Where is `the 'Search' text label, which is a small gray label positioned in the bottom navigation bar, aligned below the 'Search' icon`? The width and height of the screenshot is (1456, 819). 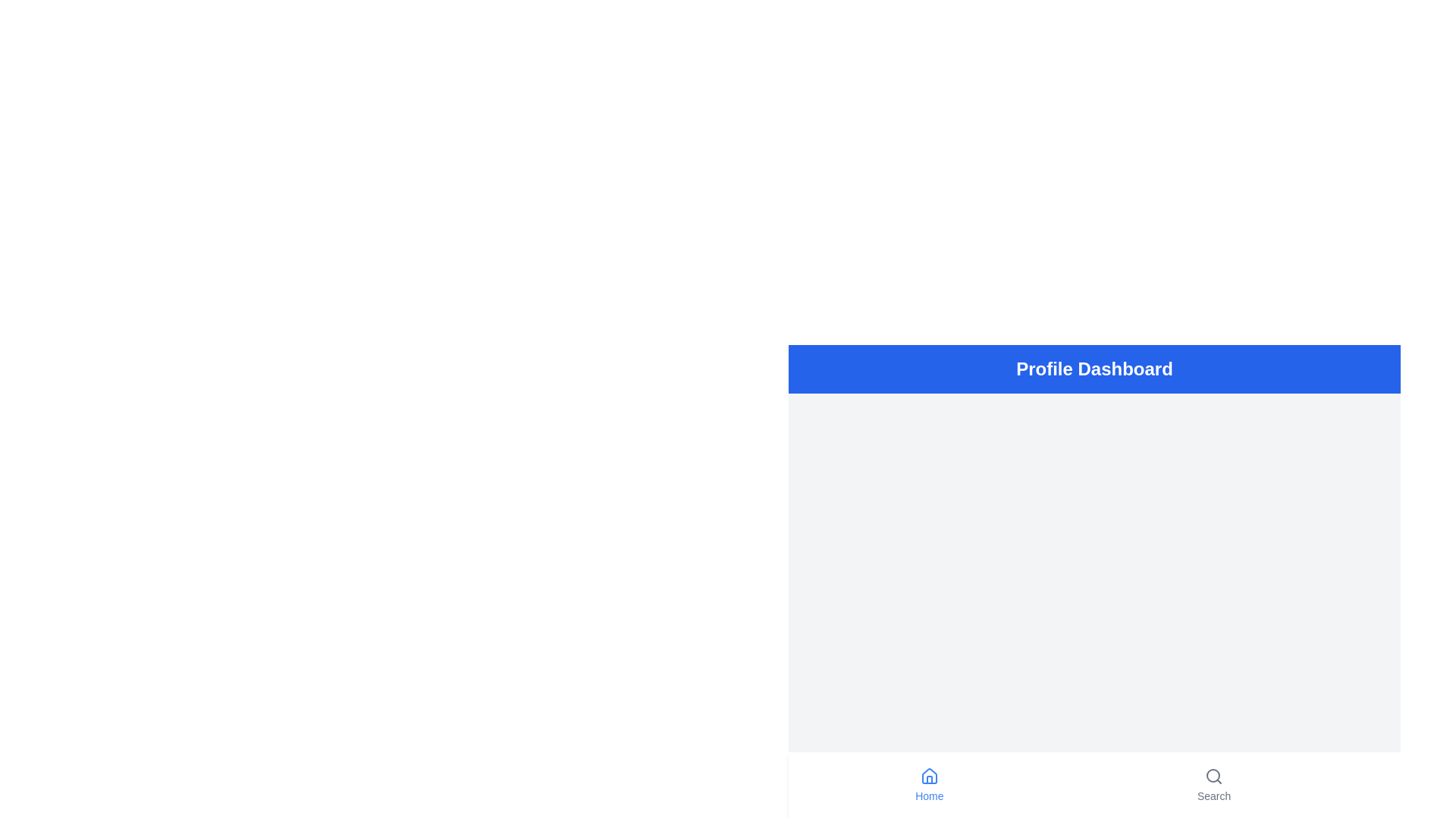 the 'Search' text label, which is a small gray label positioned in the bottom navigation bar, aligned below the 'Search' icon is located at coordinates (1214, 795).